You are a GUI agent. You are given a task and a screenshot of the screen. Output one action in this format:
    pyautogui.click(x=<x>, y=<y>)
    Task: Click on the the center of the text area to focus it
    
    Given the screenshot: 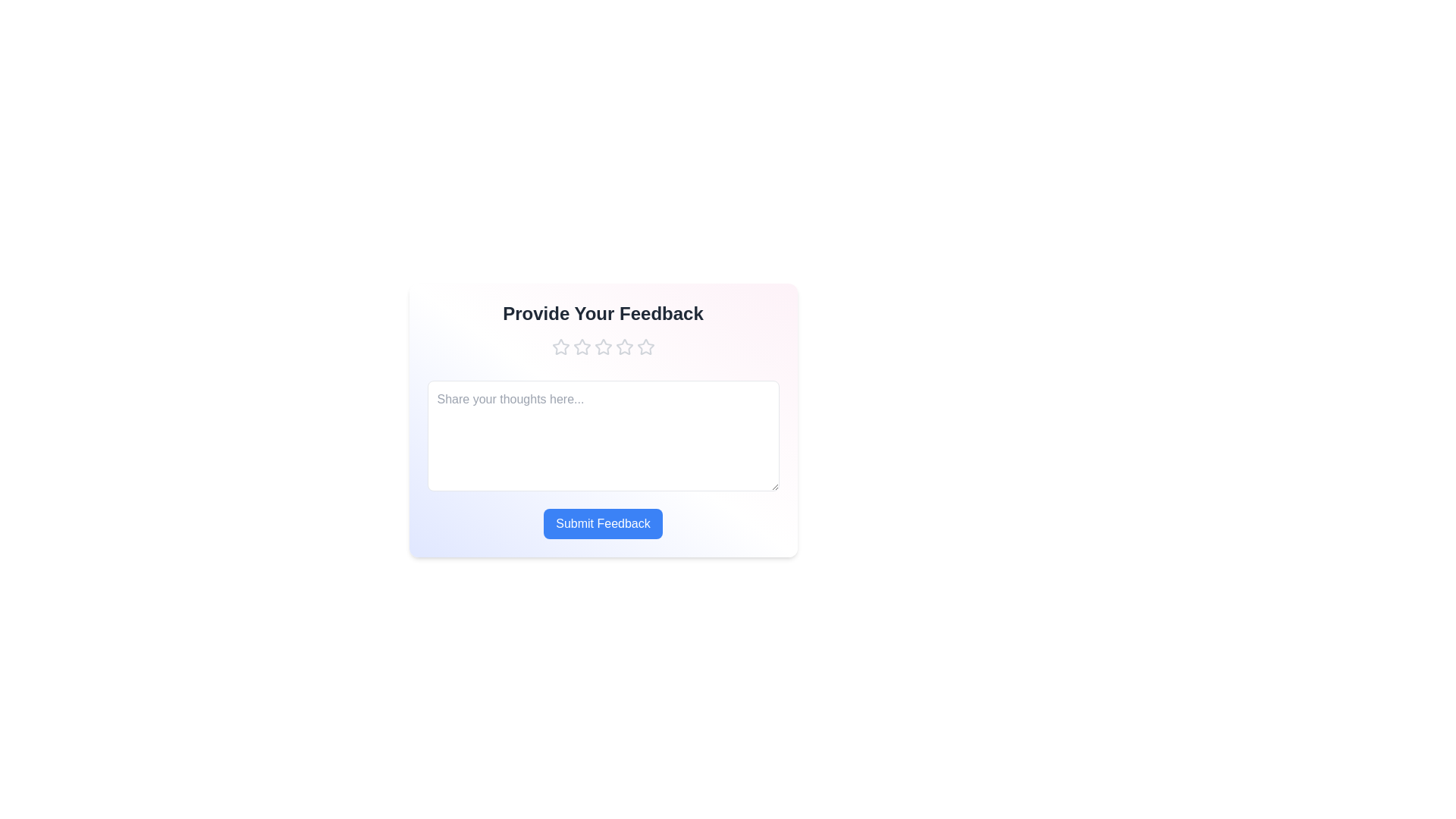 What is the action you would take?
    pyautogui.click(x=602, y=435)
    